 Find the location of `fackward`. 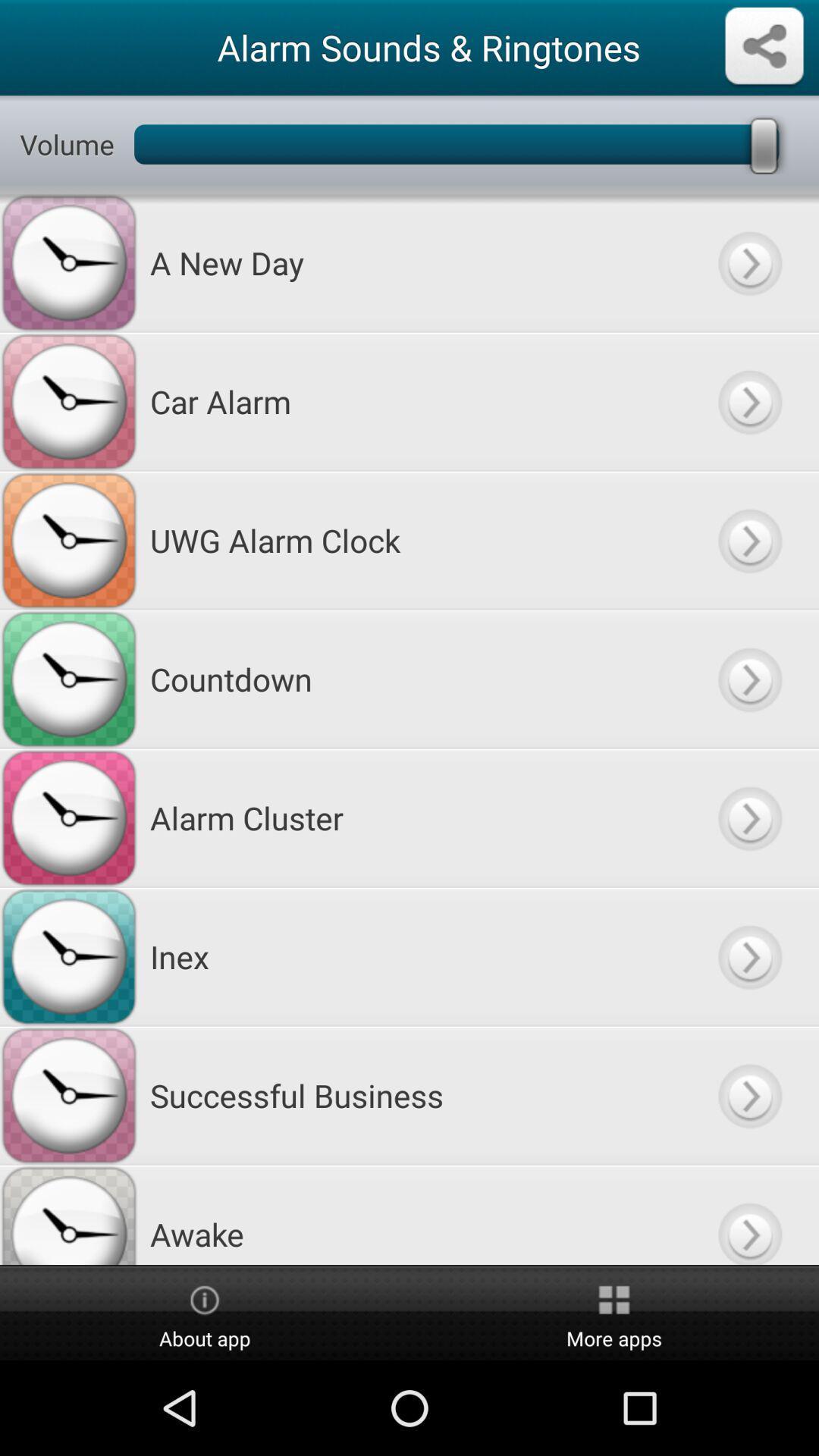

fackward is located at coordinates (748, 817).